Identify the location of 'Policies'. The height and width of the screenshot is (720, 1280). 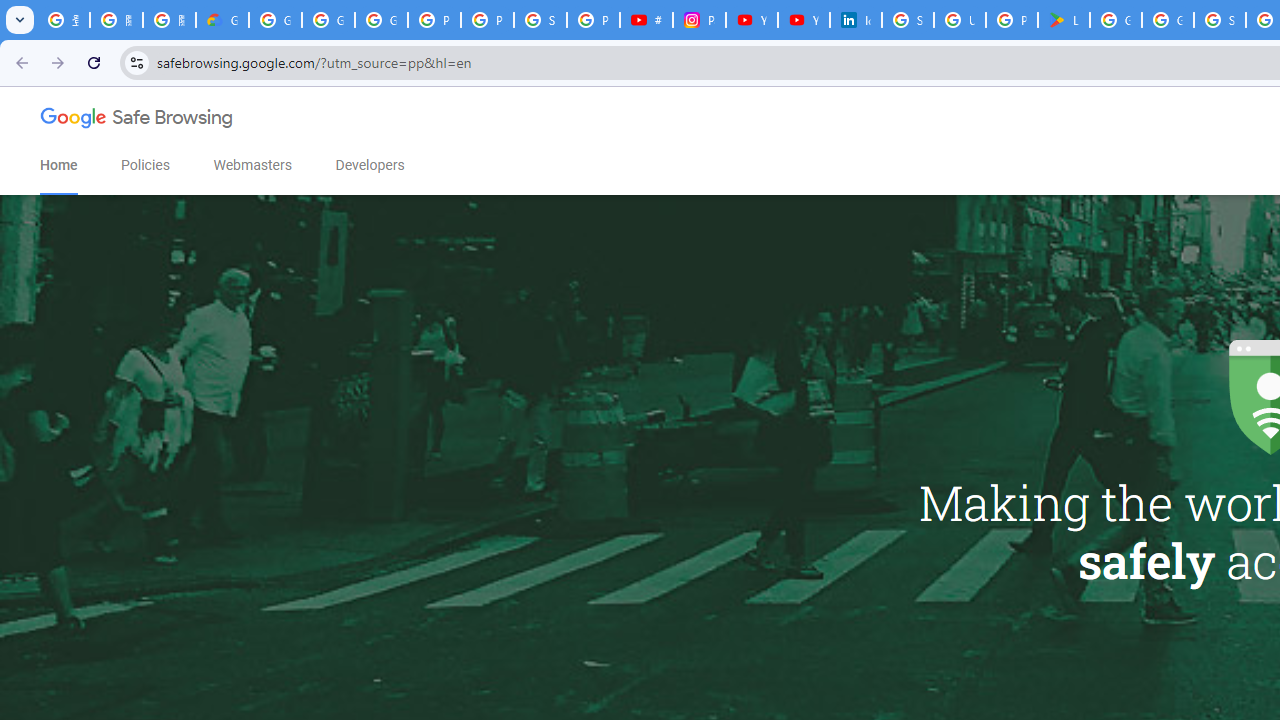
(144, 164).